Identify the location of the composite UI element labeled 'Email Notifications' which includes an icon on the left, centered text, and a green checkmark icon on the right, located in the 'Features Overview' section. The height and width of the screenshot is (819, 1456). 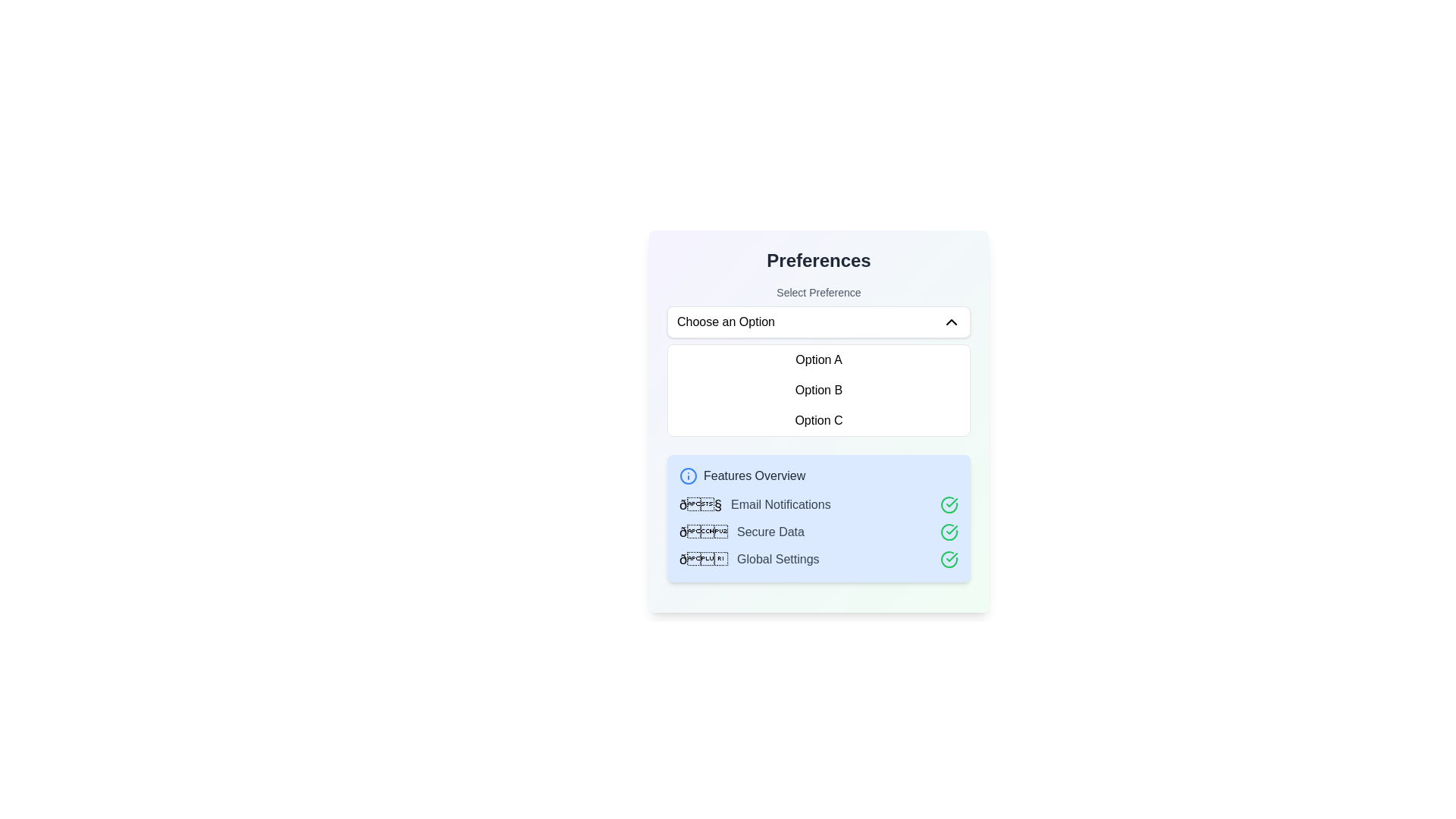
(818, 505).